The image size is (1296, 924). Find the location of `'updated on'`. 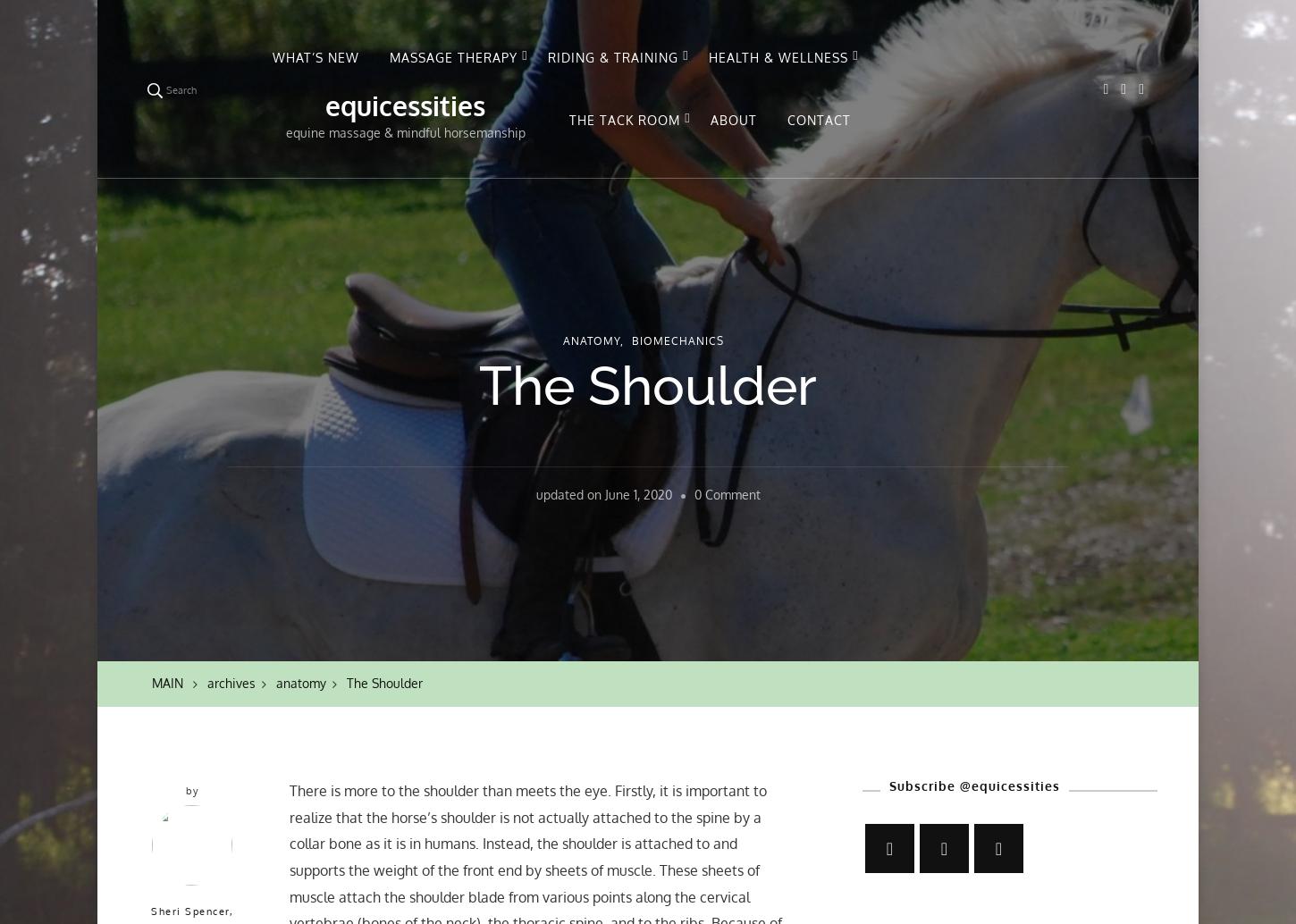

'updated on' is located at coordinates (568, 494).